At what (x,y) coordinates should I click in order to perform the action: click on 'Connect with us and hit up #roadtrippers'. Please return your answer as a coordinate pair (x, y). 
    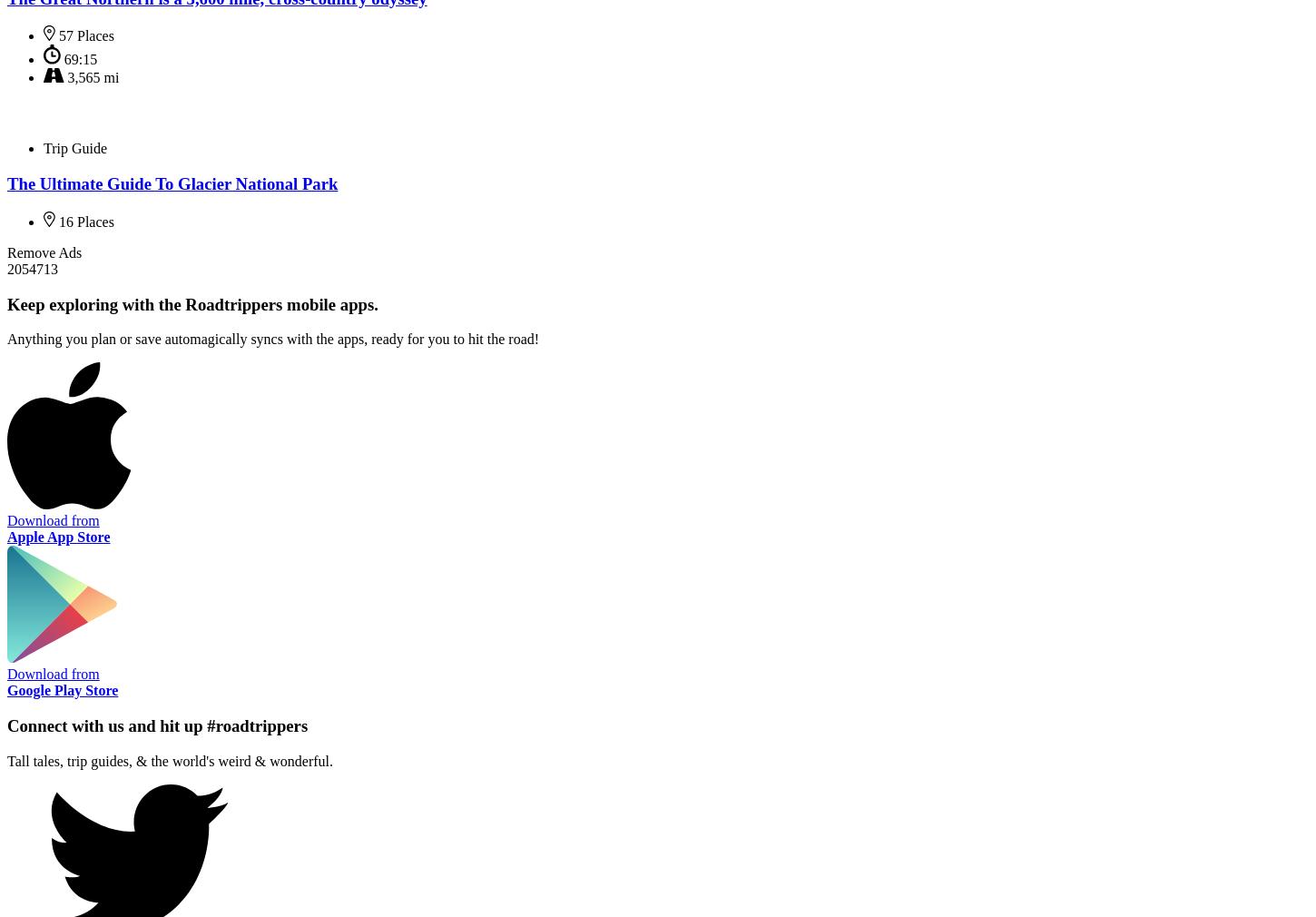
    Looking at the image, I should click on (6, 725).